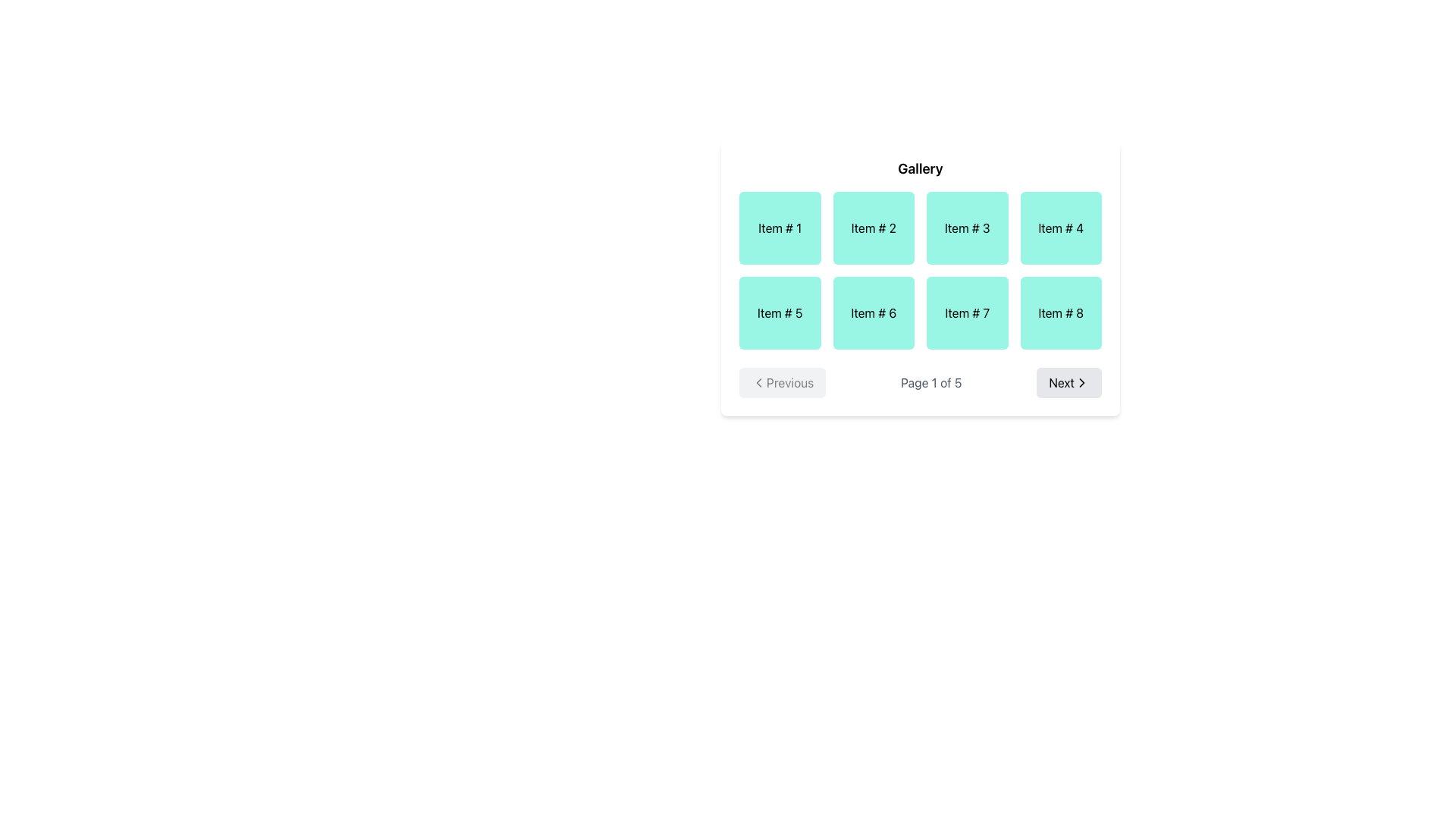  I want to click on the chevron arrow icon located within the 'Next' button of the pagination control to indicate forward navigation, so click(1081, 382).